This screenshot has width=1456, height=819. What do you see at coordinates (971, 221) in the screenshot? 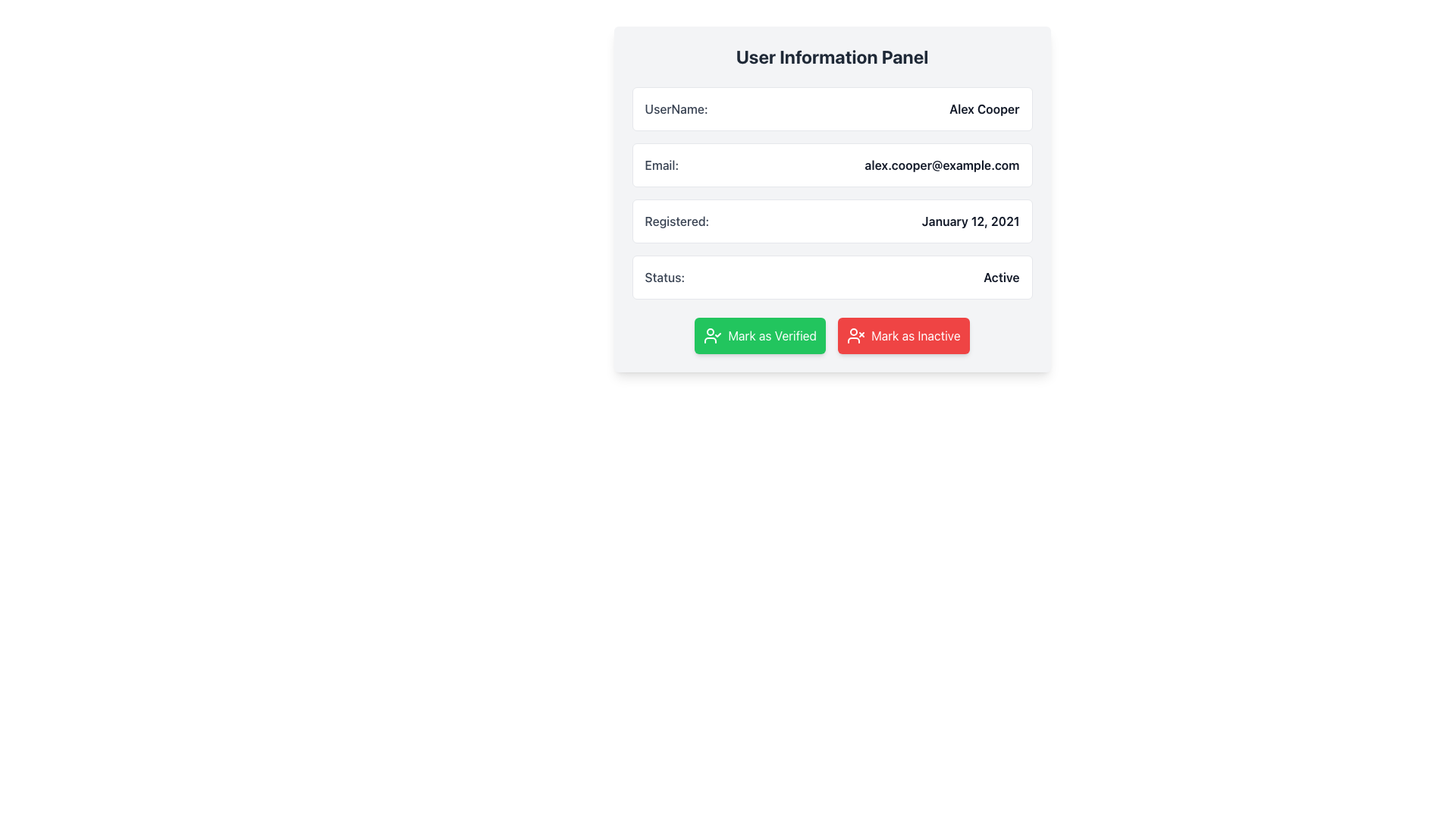
I see `the Text Label displaying the registration date in the user profile panel, located to the right of the 'Registered:' label` at bounding box center [971, 221].